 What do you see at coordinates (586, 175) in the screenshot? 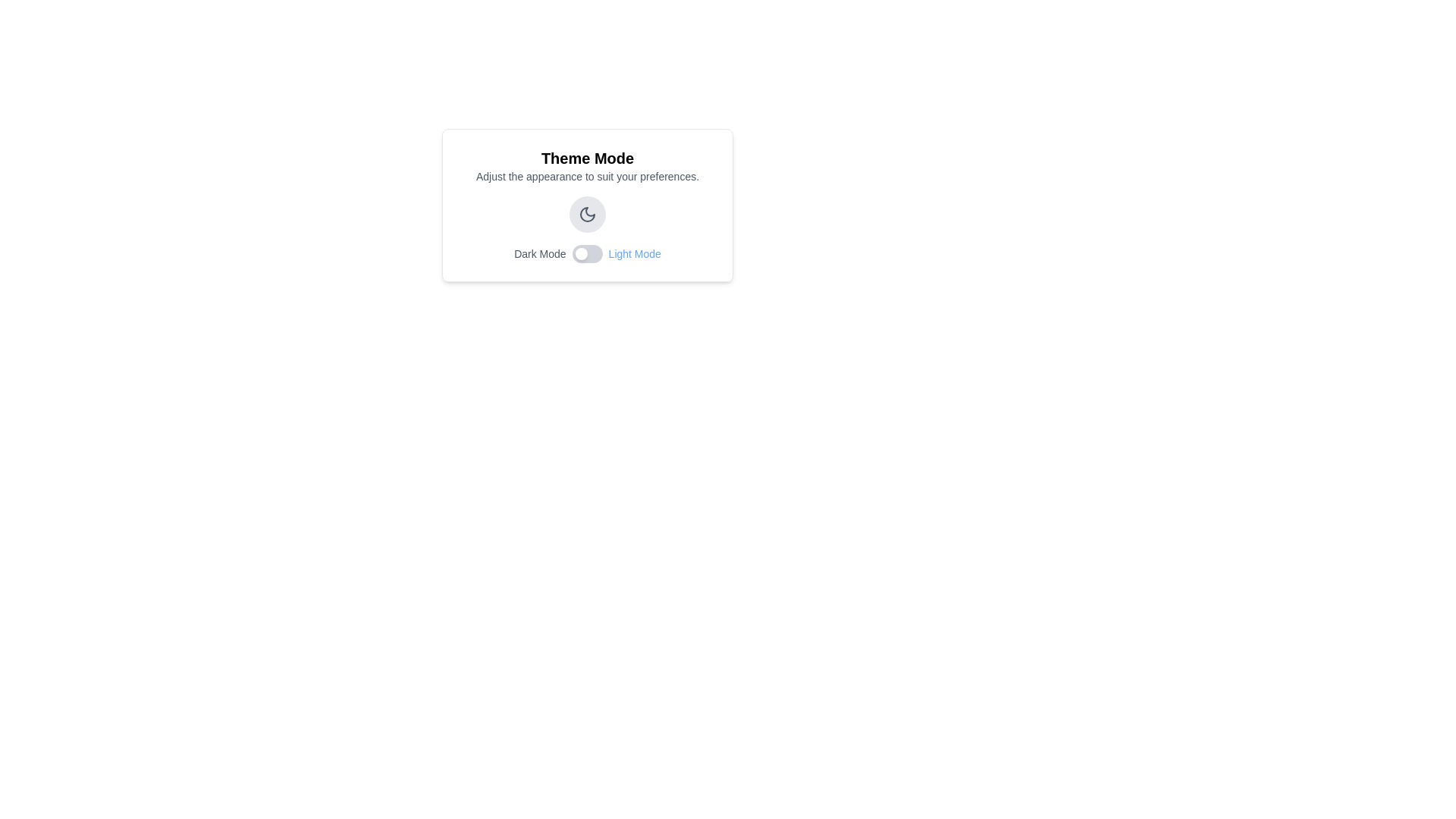
I see `the text label that contains the phrase 'Adjust the appearance to suit your preferences.' positioned below the 'Theme Mode' title` at bounding box center [586, 175].